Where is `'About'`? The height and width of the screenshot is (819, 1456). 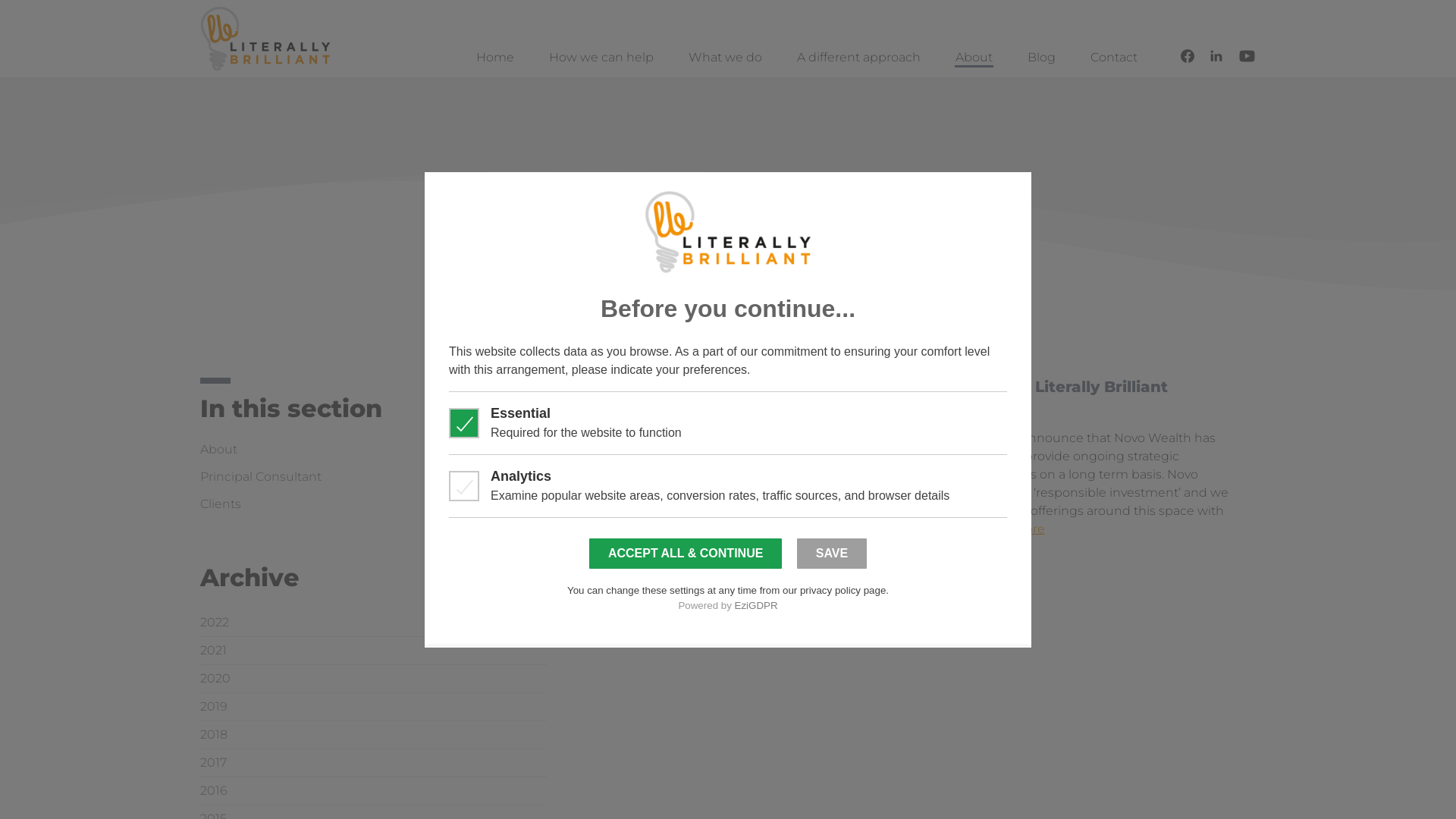 'About' is located at coordinates (199, 447).